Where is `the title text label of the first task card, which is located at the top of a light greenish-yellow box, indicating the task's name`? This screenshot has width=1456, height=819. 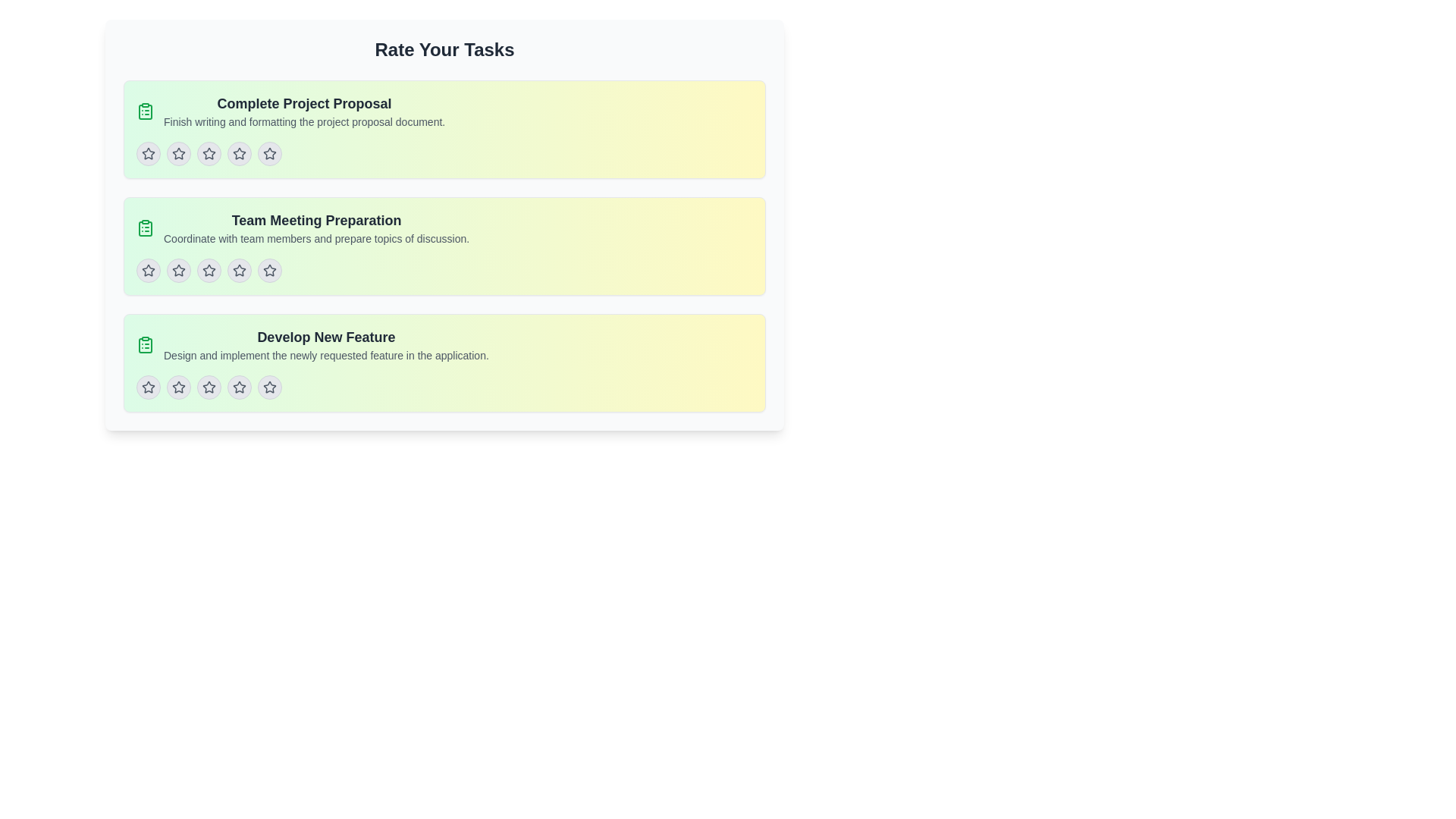 the title text label of the first task card, which is located at the top of a light greenish-yellow box, indicating the task's name is located at coordinates (303, 103).